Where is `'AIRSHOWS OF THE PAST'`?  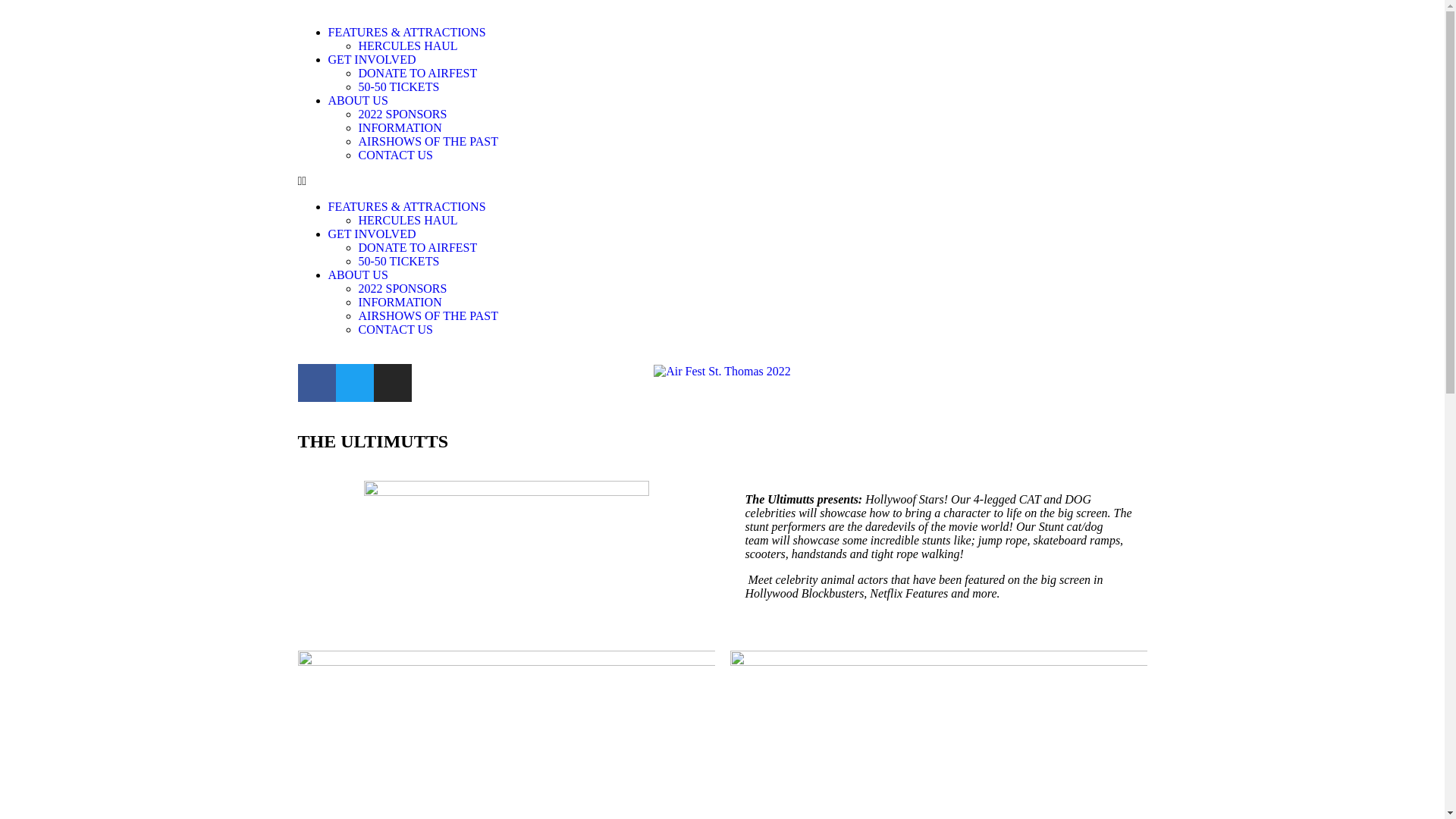
'AIRSHOWS OF THE PAST' is located at coordinates (427, 315).